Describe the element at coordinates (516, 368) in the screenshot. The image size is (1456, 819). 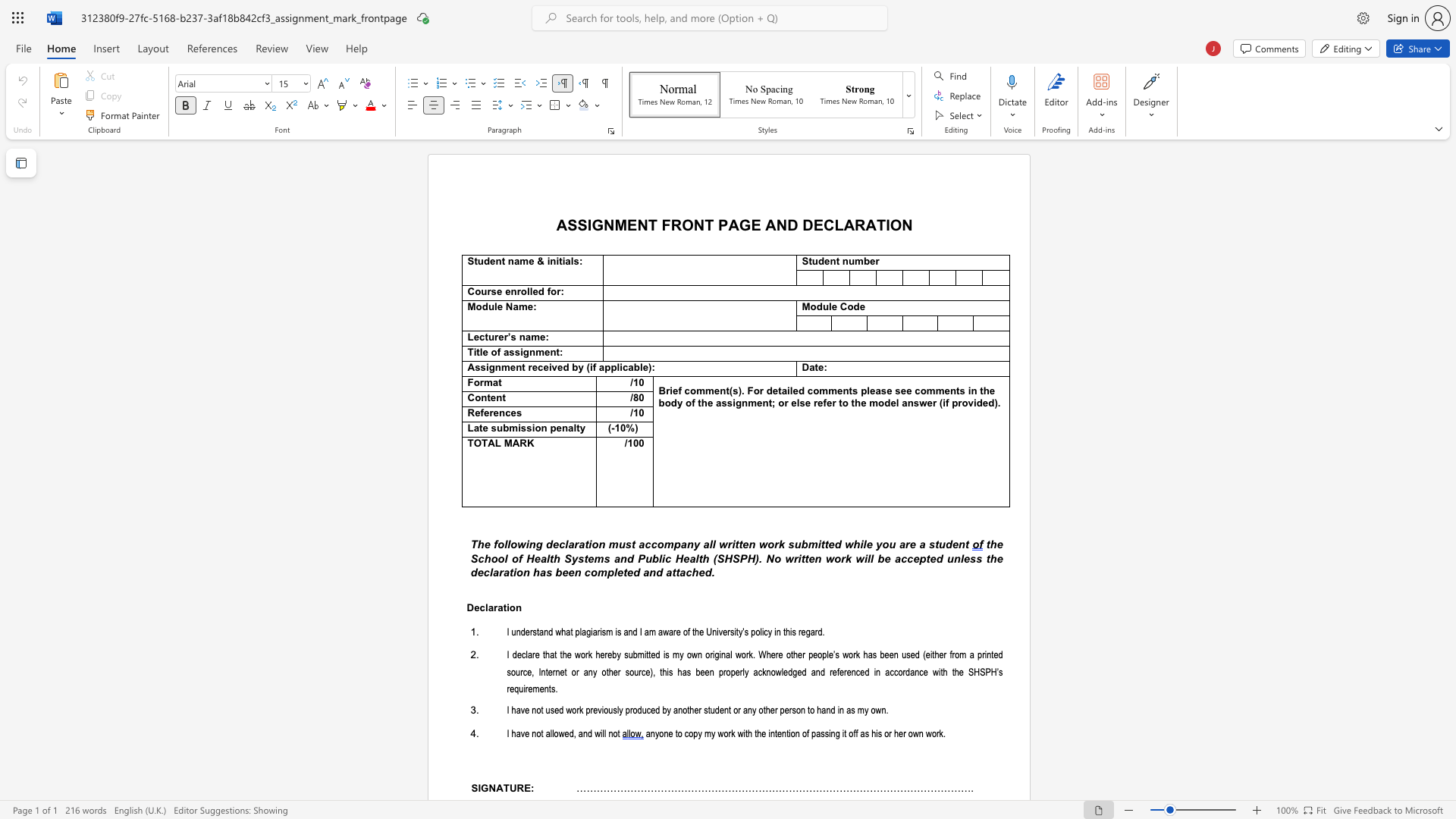
I see `the subset text "nt r" within the text "Assignment received by"` at that location.